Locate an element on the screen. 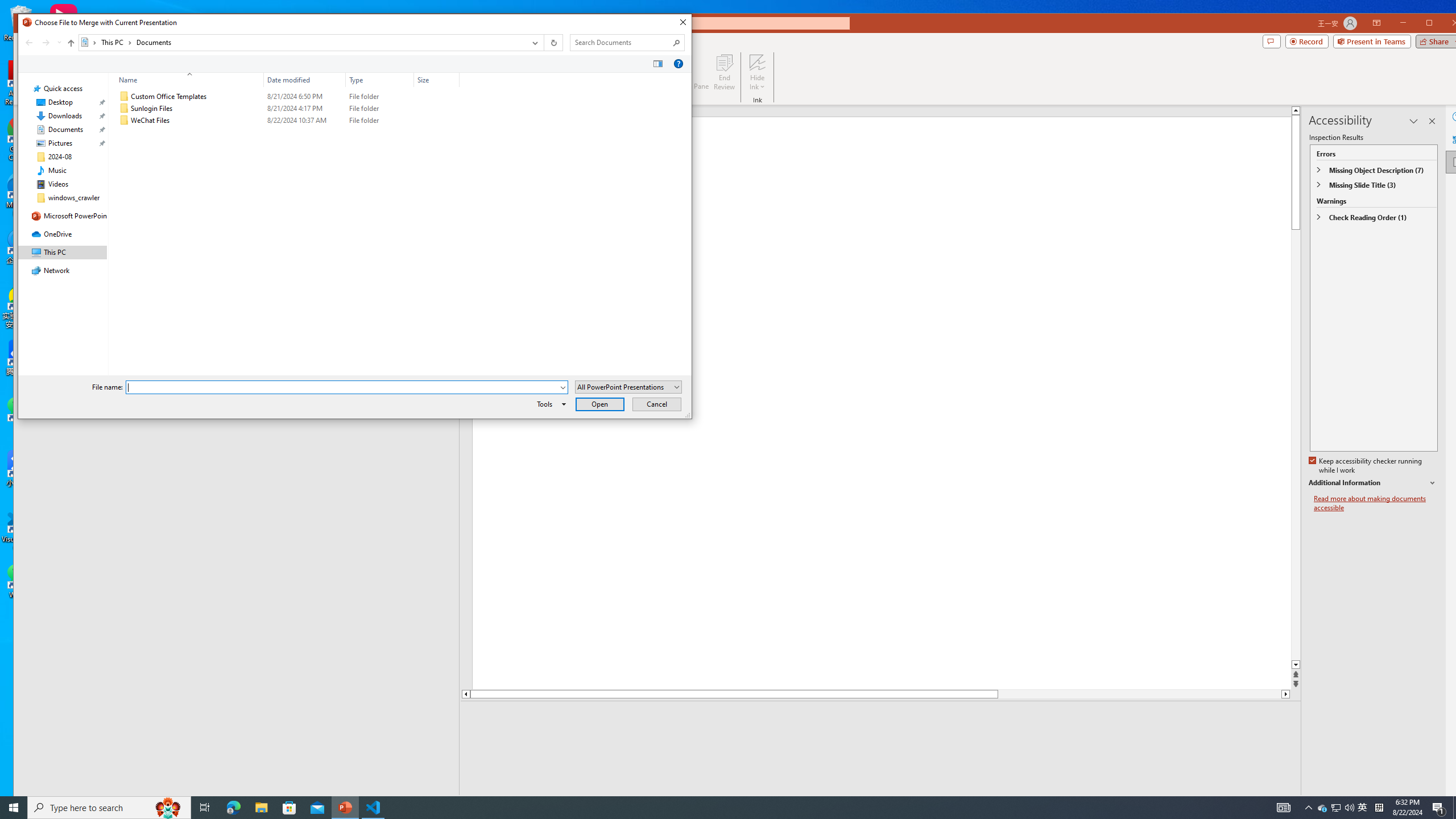  'Recent locations' is located at coordinates (58, 42).